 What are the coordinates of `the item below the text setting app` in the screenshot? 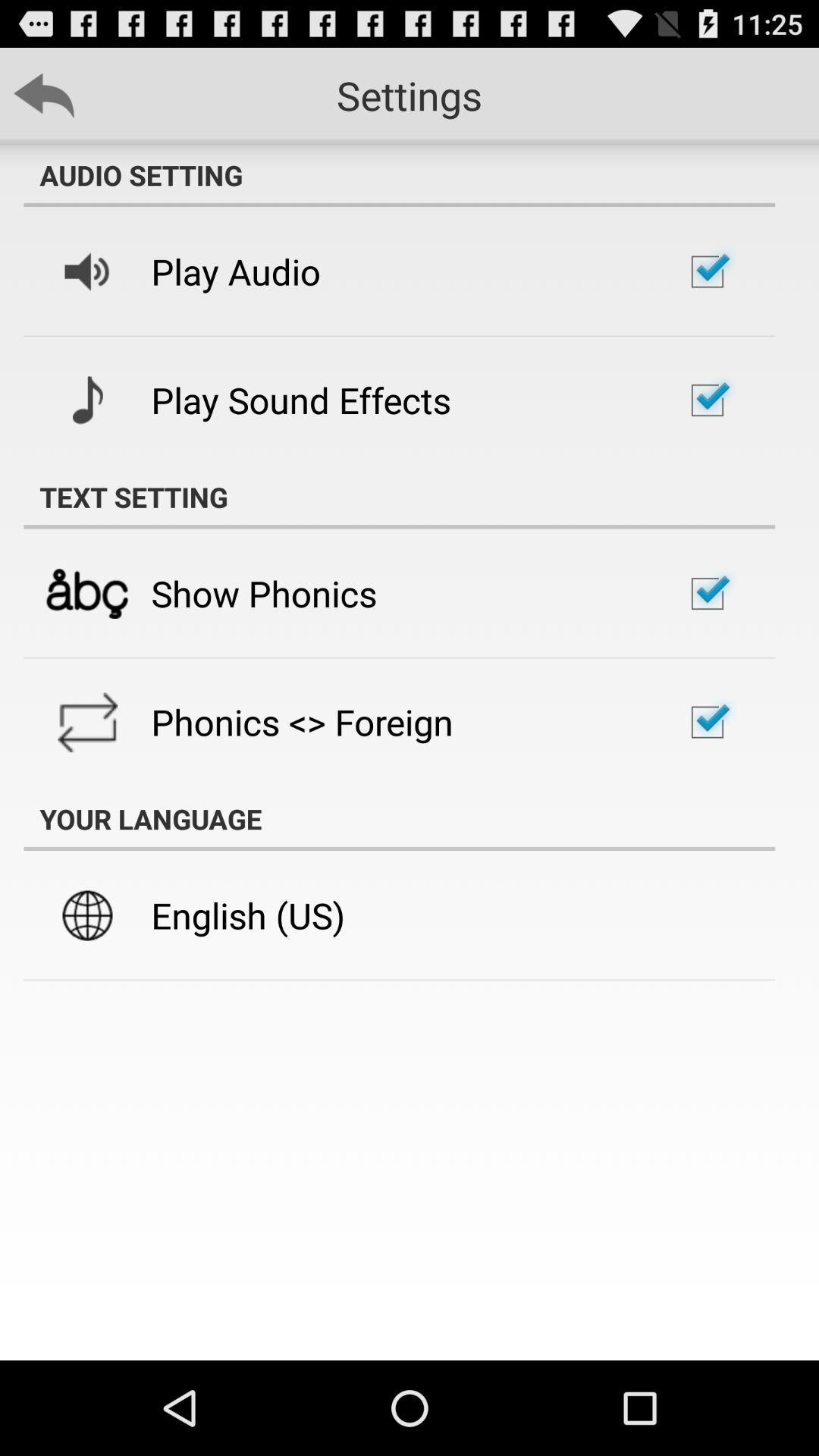 It's located at (263, 592).